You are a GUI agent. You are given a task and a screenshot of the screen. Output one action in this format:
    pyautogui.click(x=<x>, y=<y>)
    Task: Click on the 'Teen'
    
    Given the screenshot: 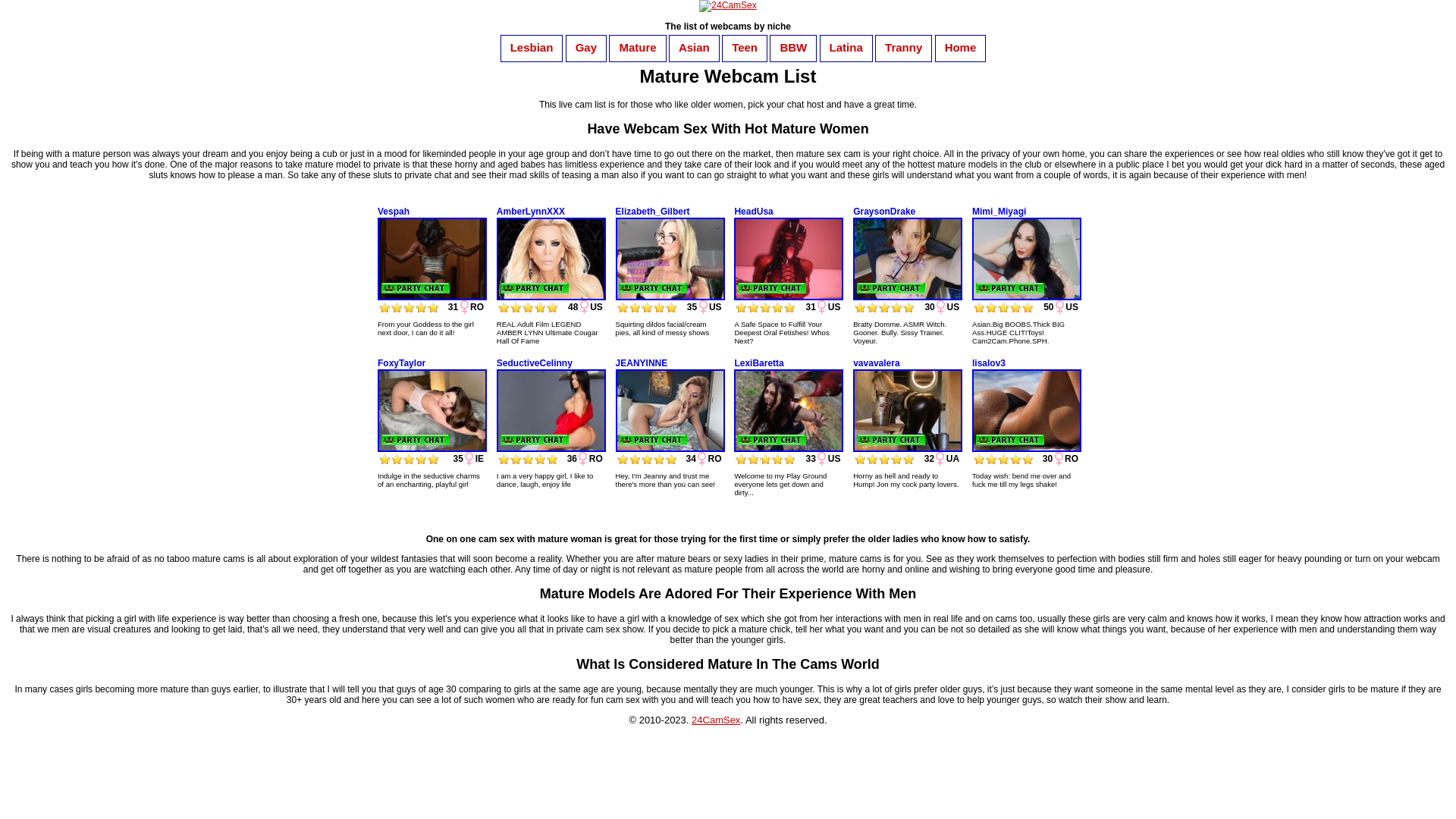 What is the action you would take?
    pyautogui.click(x=745, y=46)
    